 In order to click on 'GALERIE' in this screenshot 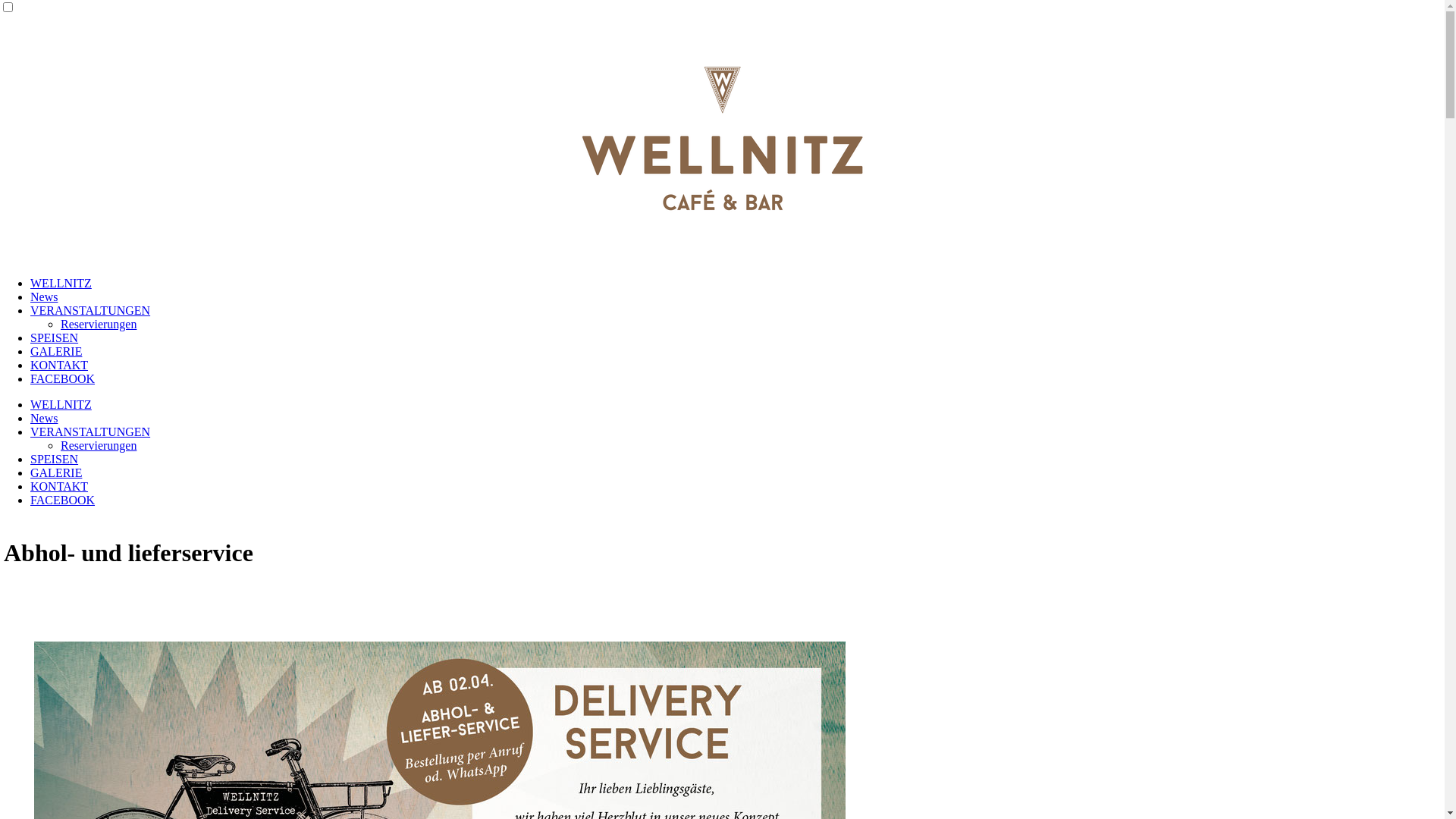, I will do `click(55, 472)`.